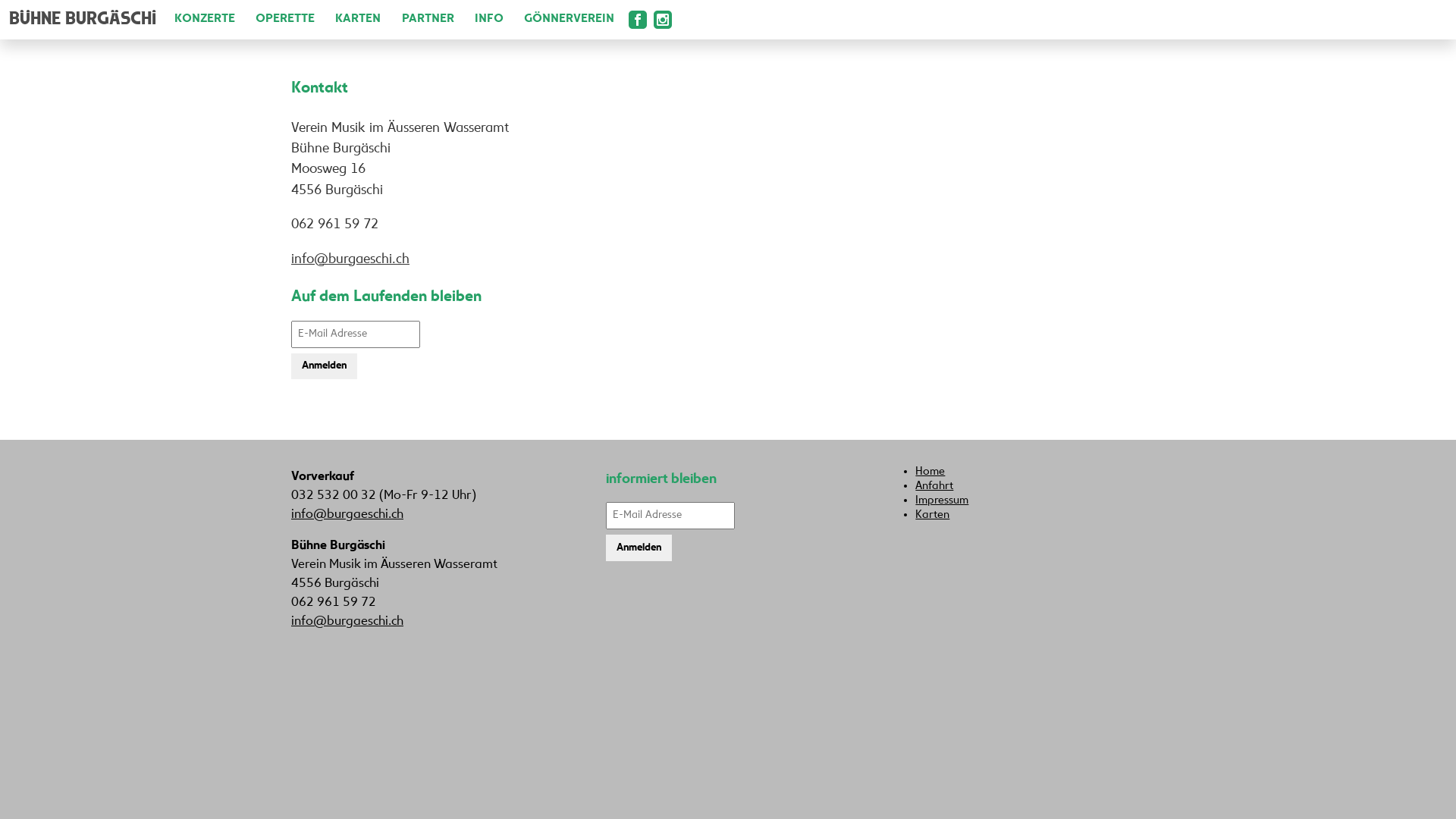 The height and width of the screenshot is (819, 1456). I want to click on 'Home', so click(929, 470).